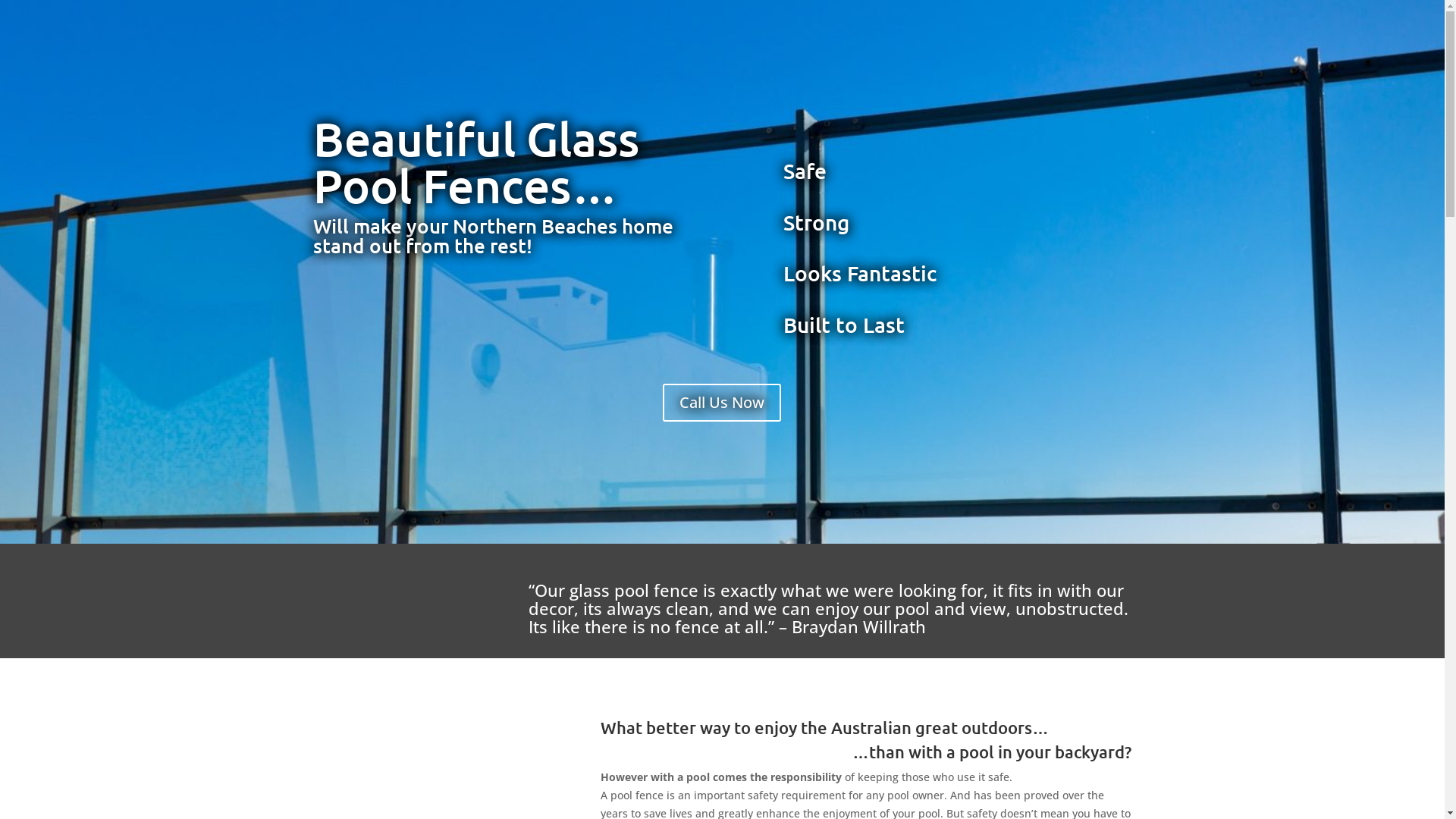 The height and width of the screenshot is (819, 1456). What do you see at coordinates (720, 402) in the screenshot?
I see `'Call Us Now'` at bounding box center [720, 402].